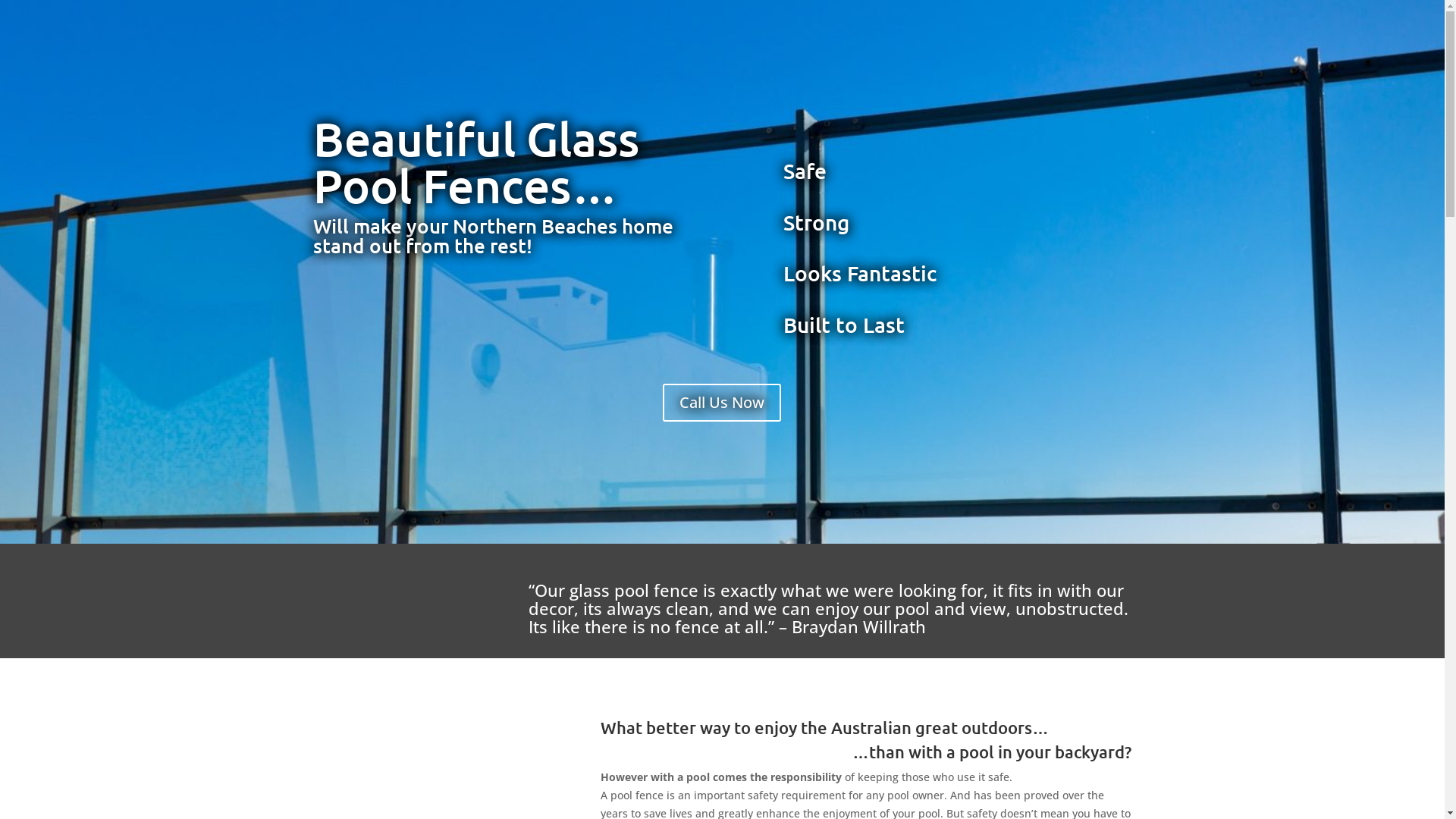 The height and width of the screenshot is (819, 1456). What do you see at coordinates (720, 402) in the screenshot?
I see `'Call Us Now'` at bounding box center [720, 402].